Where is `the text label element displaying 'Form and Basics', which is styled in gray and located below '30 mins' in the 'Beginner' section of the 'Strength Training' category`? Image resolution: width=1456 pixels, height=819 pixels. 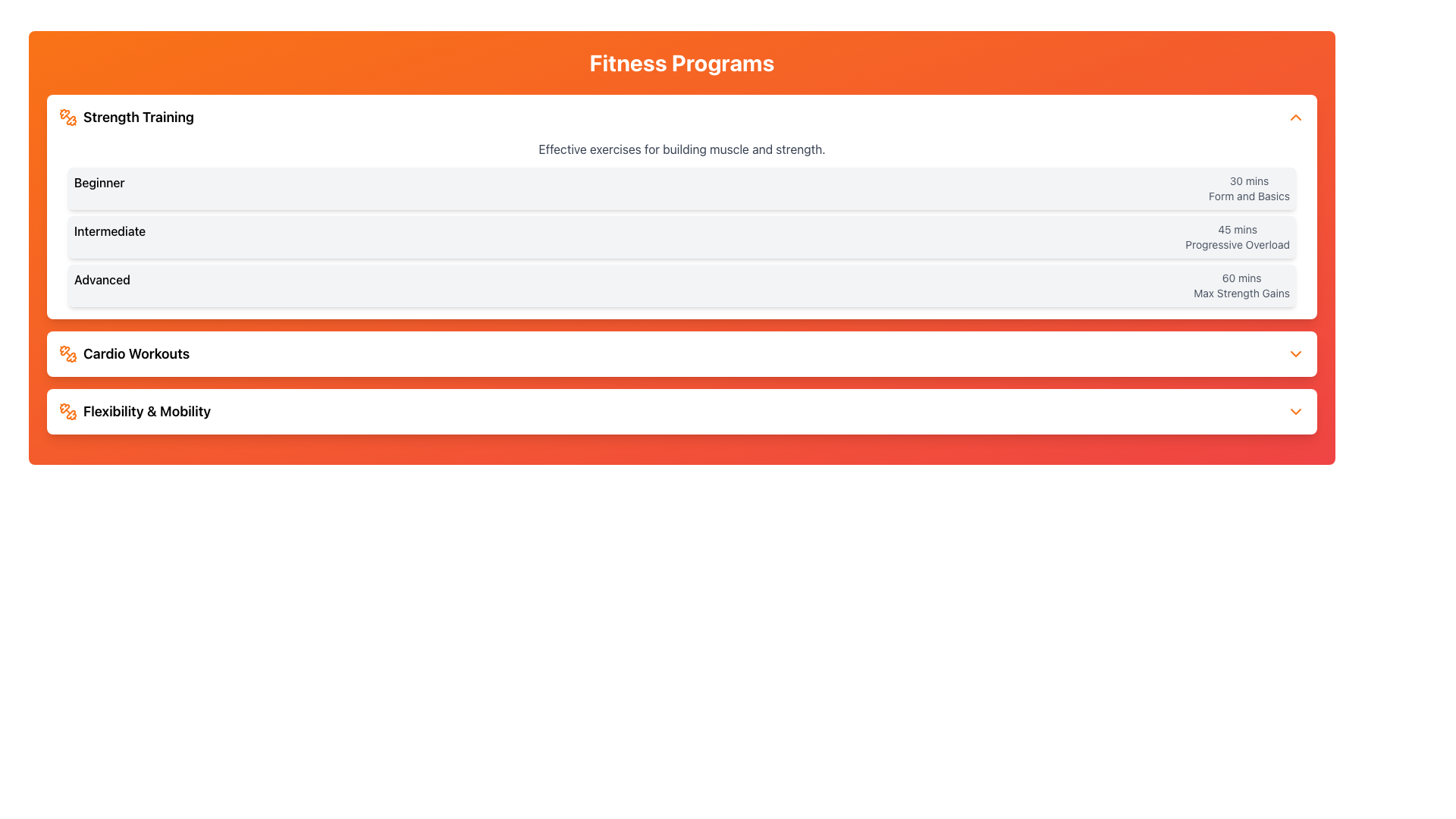
the text label element displaying 'Form and Basics', which is styled in gray and located below '30 mins' in the 'Beginner' section of the 'Strength Training' category is located at coordinates (1249, 195).